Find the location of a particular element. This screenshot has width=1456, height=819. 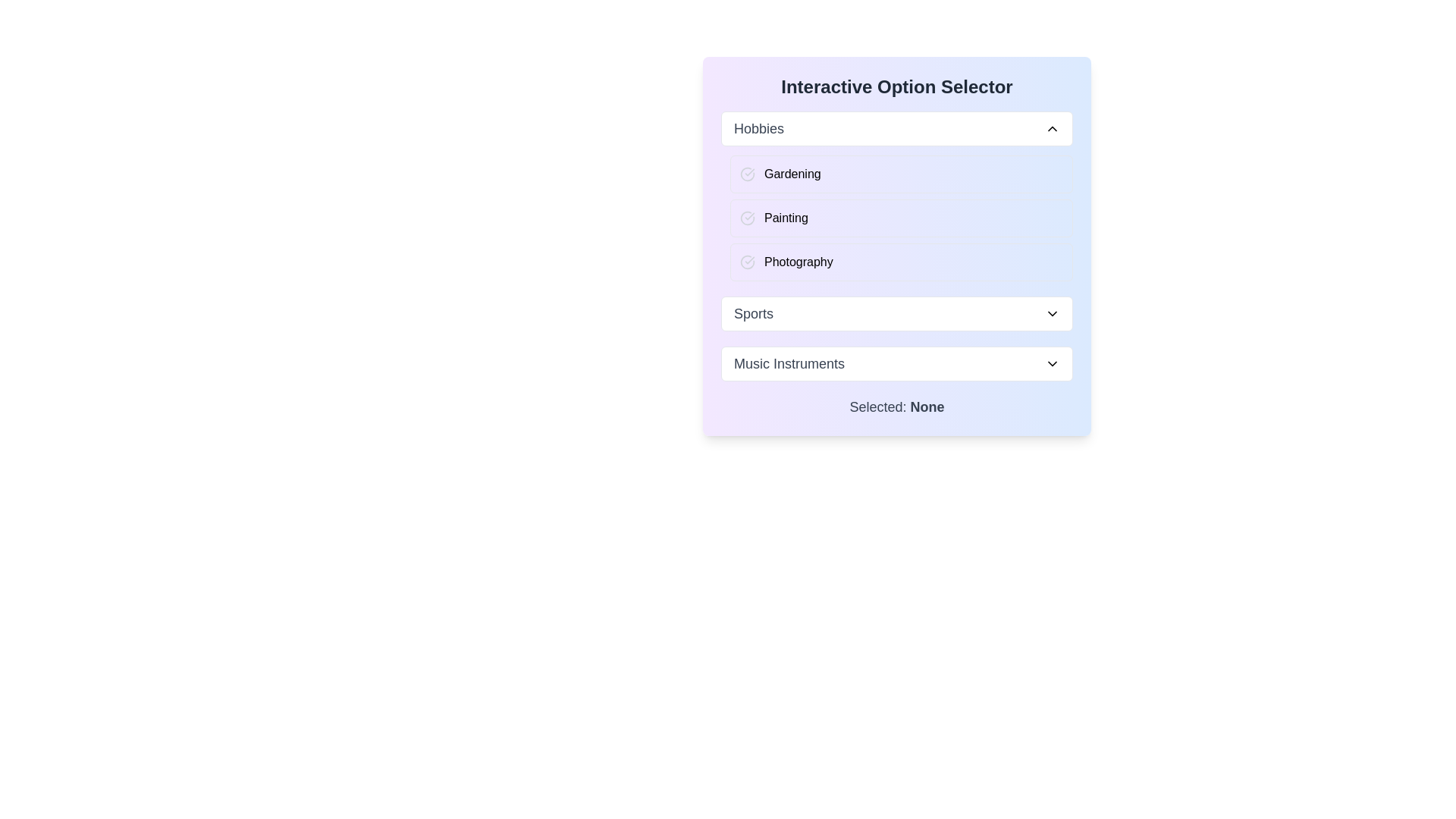

the selectable option labeled 'Gardening' in the 'Hobbies' dropdown is located at coordinates (902, 174).